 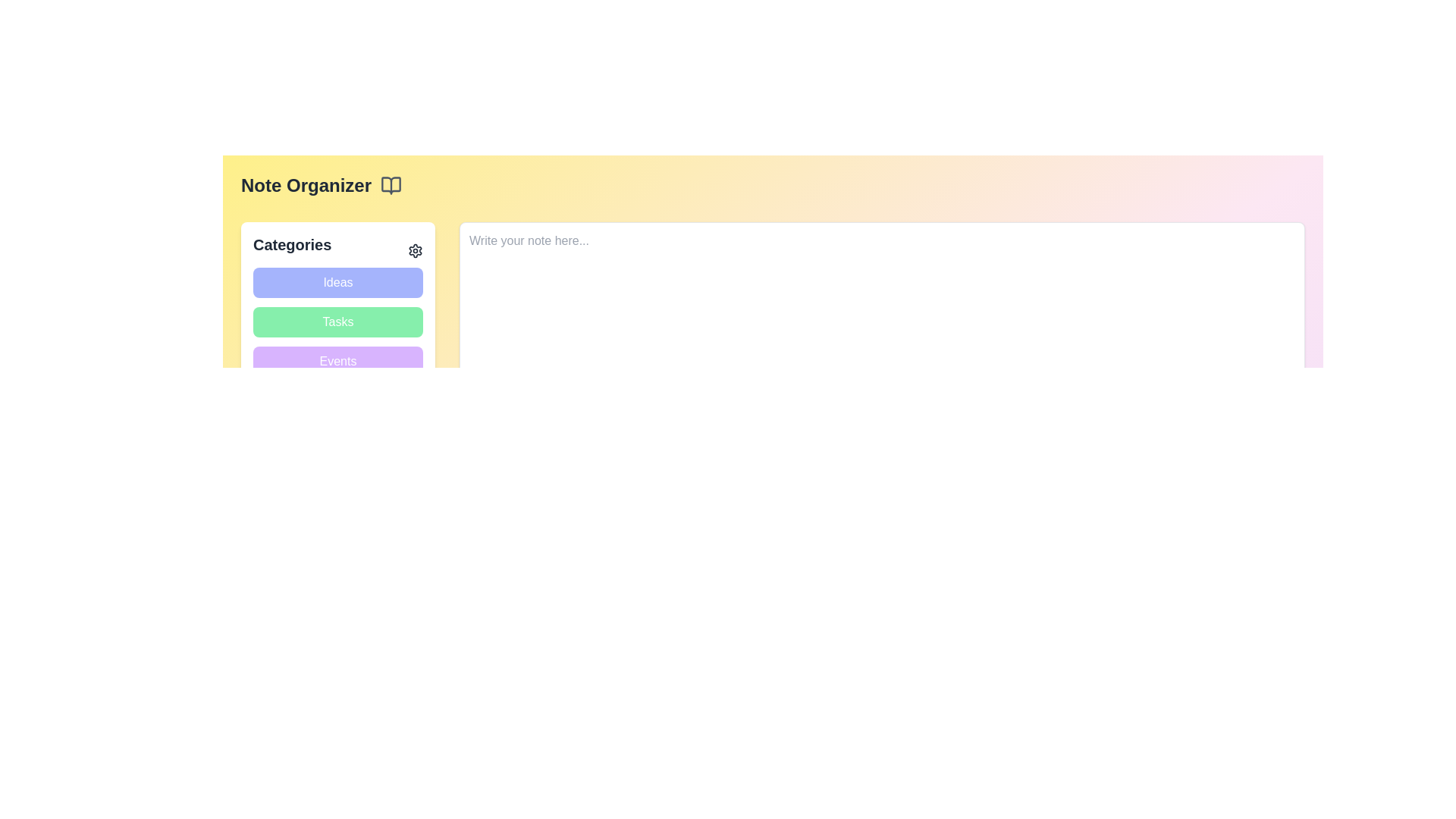 What do you see at coordinates (391, 185) in the screenshot?
I see `the design of the decorative icon located to the immediate right of the 'Note Organizer' heading` at bounding box center [391, 185].